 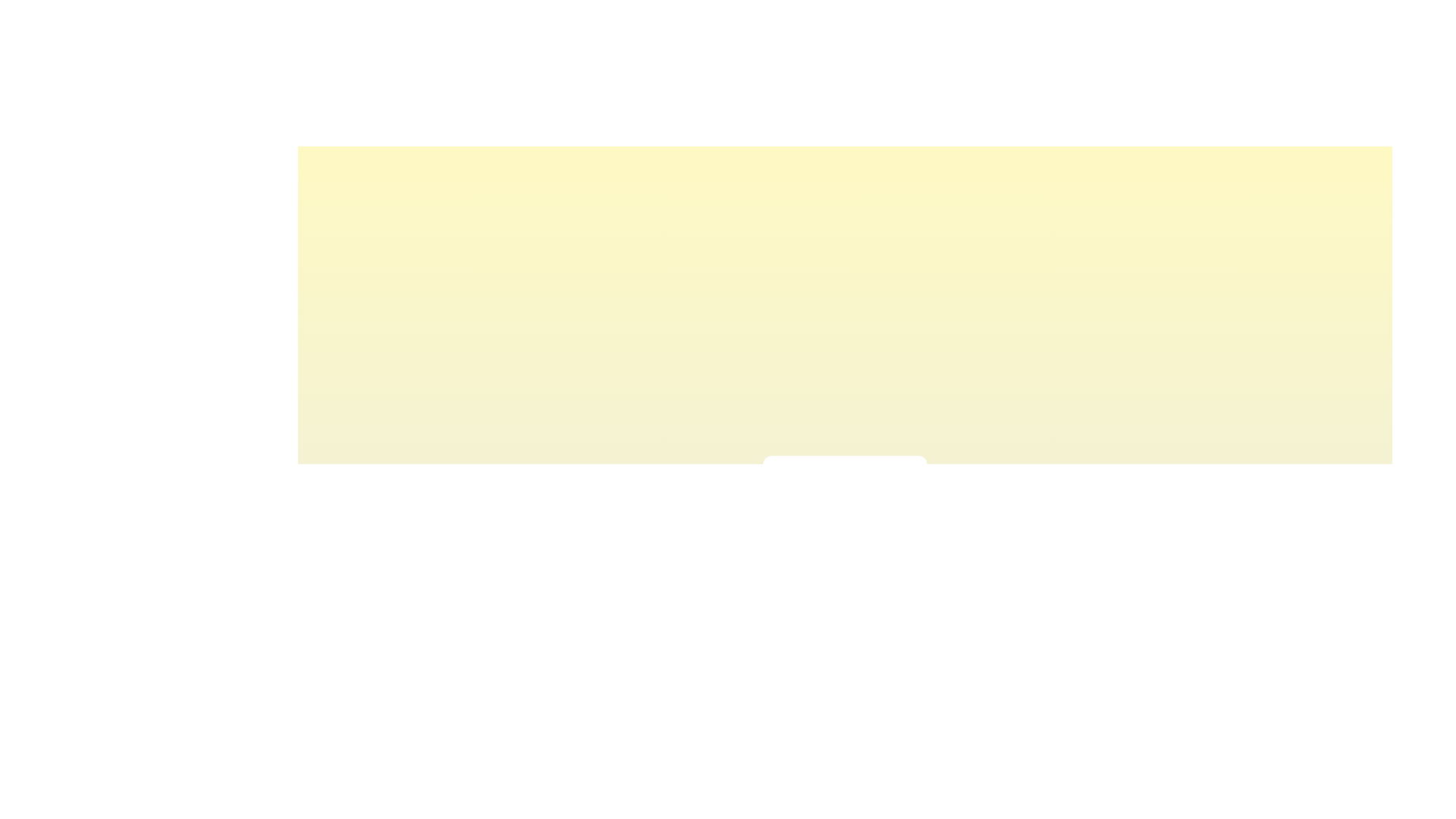 I want to click on the light intensity to 0% by dragging the slider, so click(x=781, y=513).